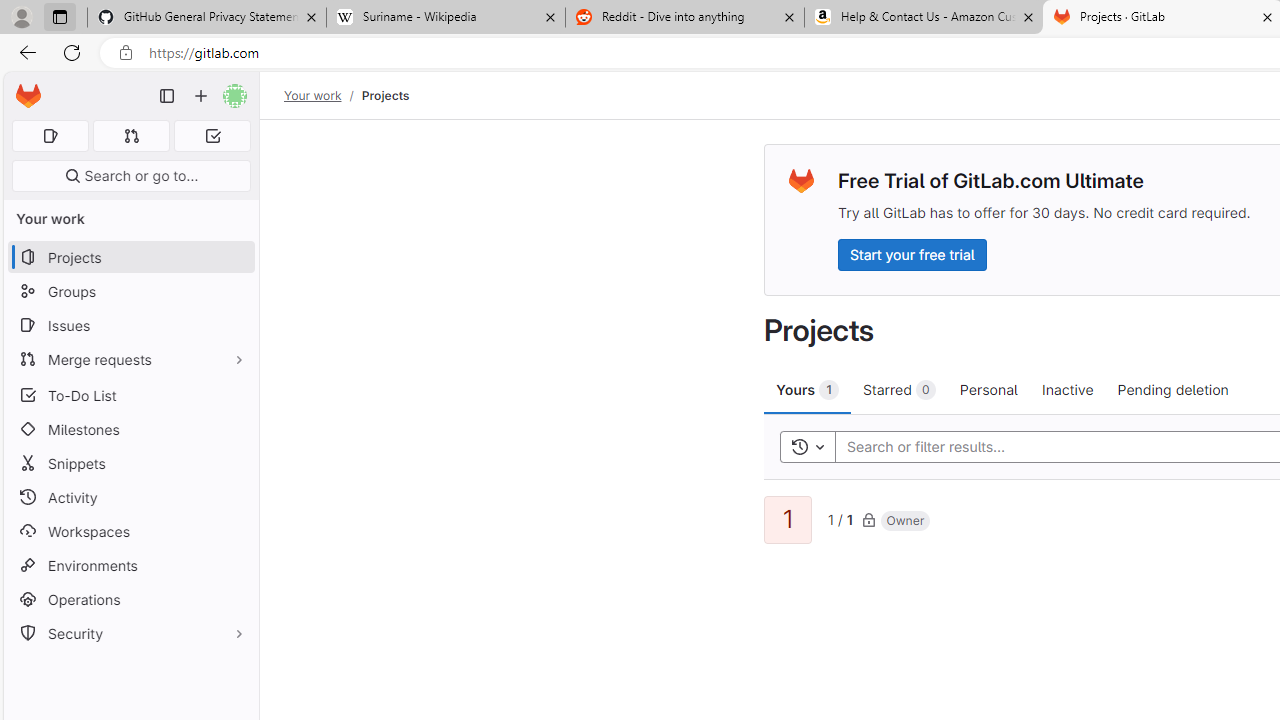 This screenshot has height=720, width=1280. What do you see at coordinates (1173, 389) in the screenshot?
I see `'Pending deletion'` at bounding box center [1173, 389].